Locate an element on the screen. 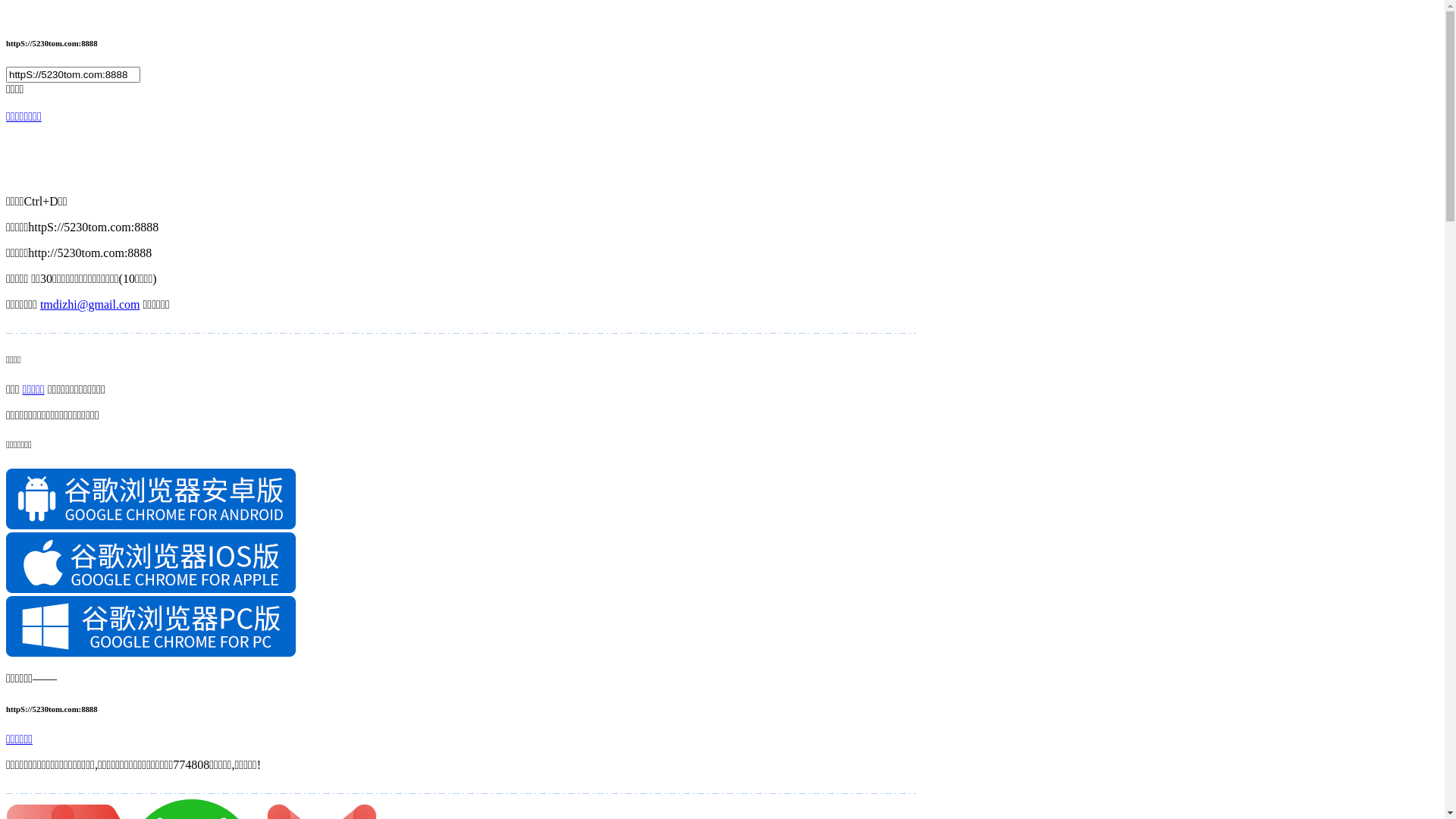  'tmdizhi@gmail.com' is located at coordinates (89, 304).